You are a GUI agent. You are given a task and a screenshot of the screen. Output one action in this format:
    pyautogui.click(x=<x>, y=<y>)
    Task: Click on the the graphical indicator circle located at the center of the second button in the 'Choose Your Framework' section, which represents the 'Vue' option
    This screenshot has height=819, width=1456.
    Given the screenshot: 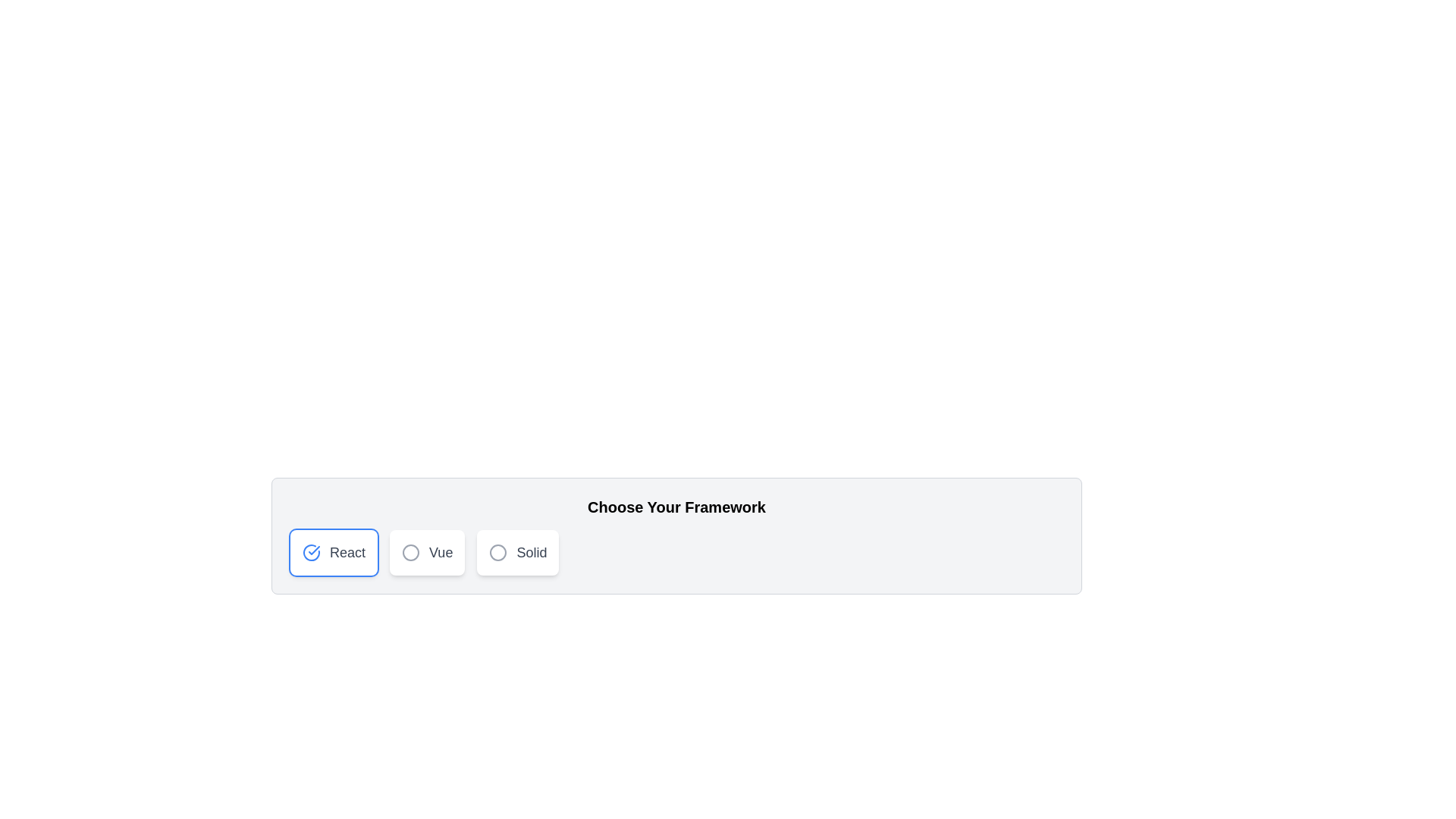 What is the action you would take?
    pyautogui.click(x=411, y=553)
    